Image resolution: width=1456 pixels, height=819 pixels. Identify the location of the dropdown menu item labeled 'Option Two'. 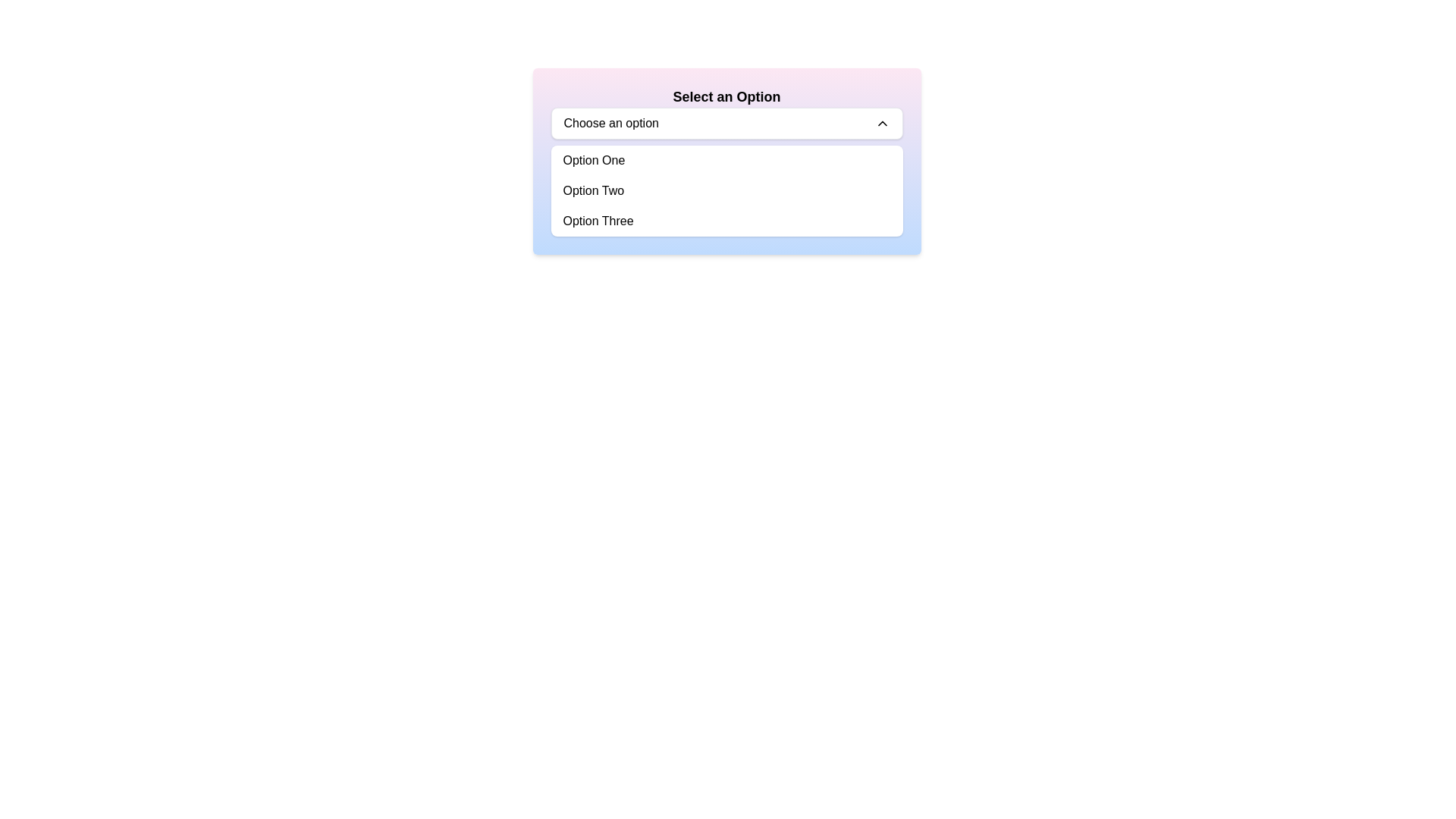
(726, 190).